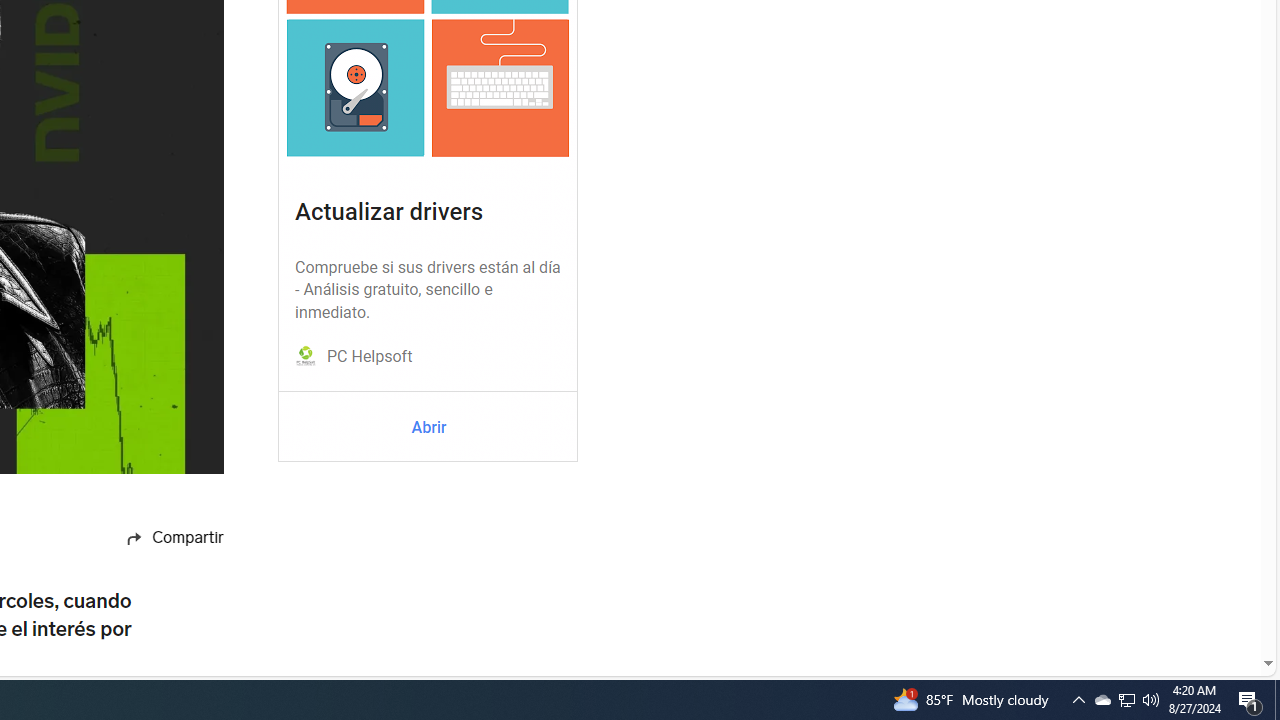  Describe the element at coordinates (388, 212) in the screenshot. I see `'Actualizar drivers'` at that location.